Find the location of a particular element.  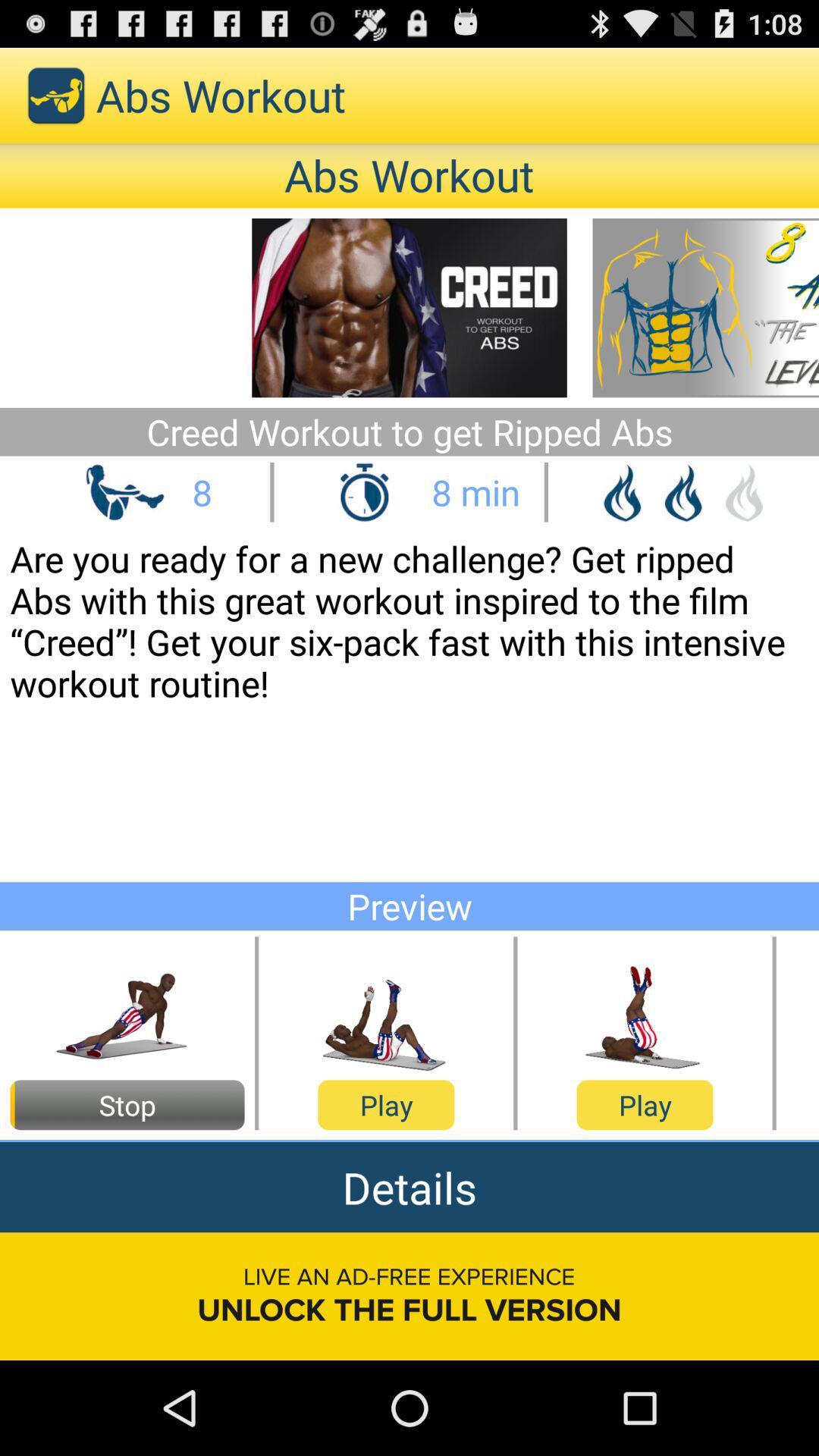

stop is located at coordinates (127, 1105).